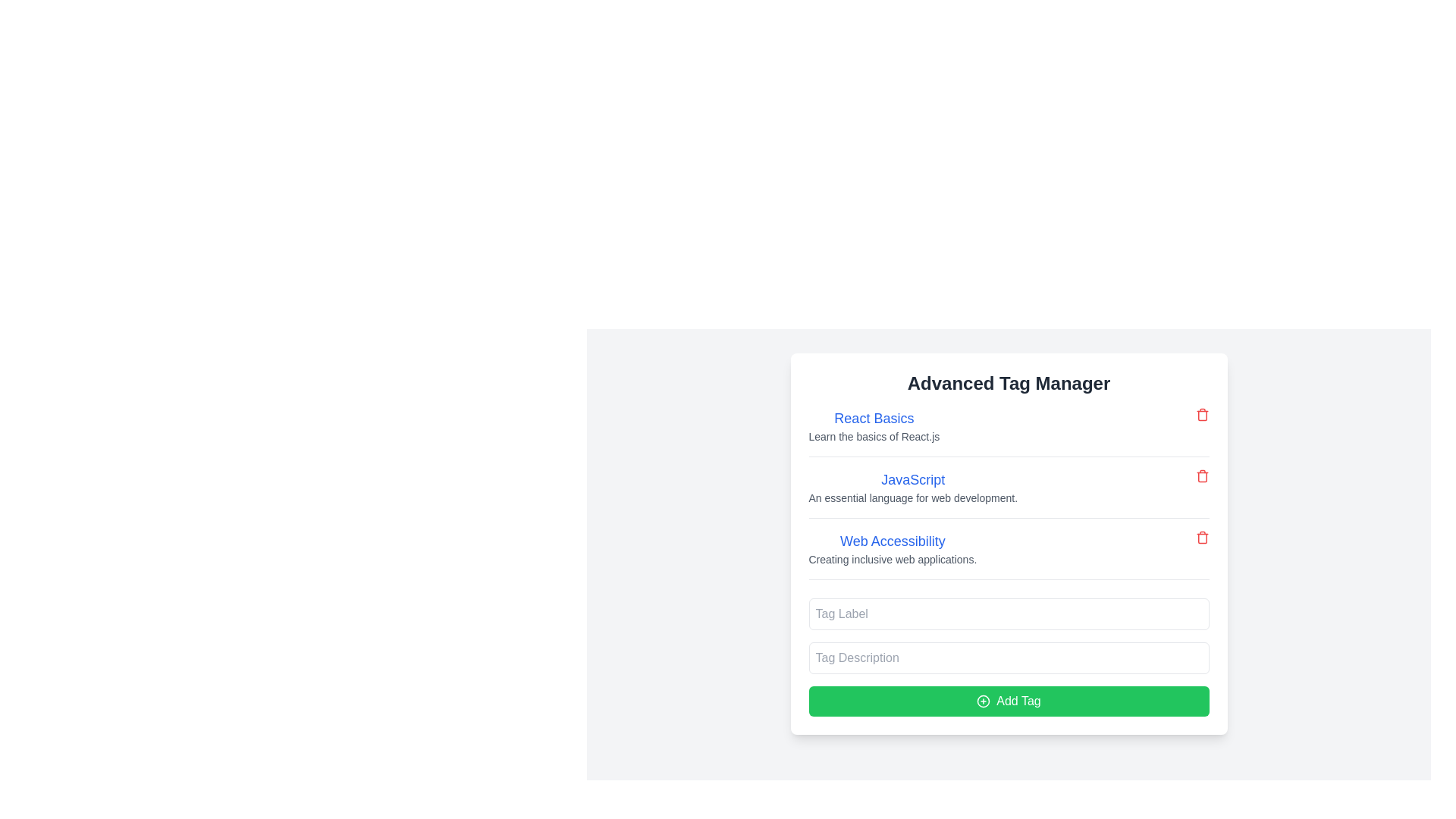 This screenshot has width=1456, height=819. What do you see at coordinates (1201, 475) in the screenshot?
I see `the red trash icon button located to the far right of the 'JavaScript' text section` at bounding box center [1201, 475].